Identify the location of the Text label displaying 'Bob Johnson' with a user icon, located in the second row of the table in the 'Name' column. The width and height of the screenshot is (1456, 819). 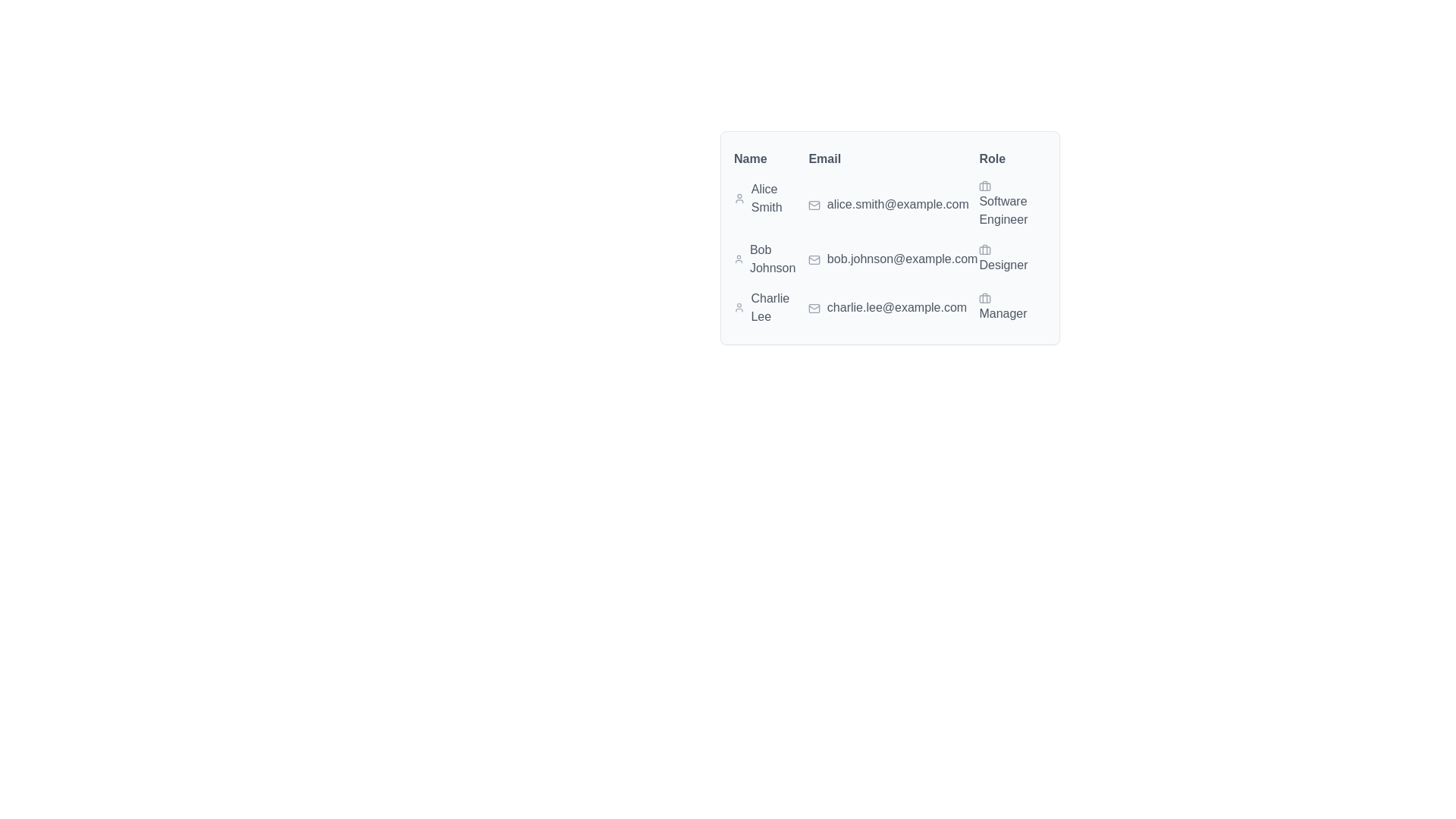
(770, 259).